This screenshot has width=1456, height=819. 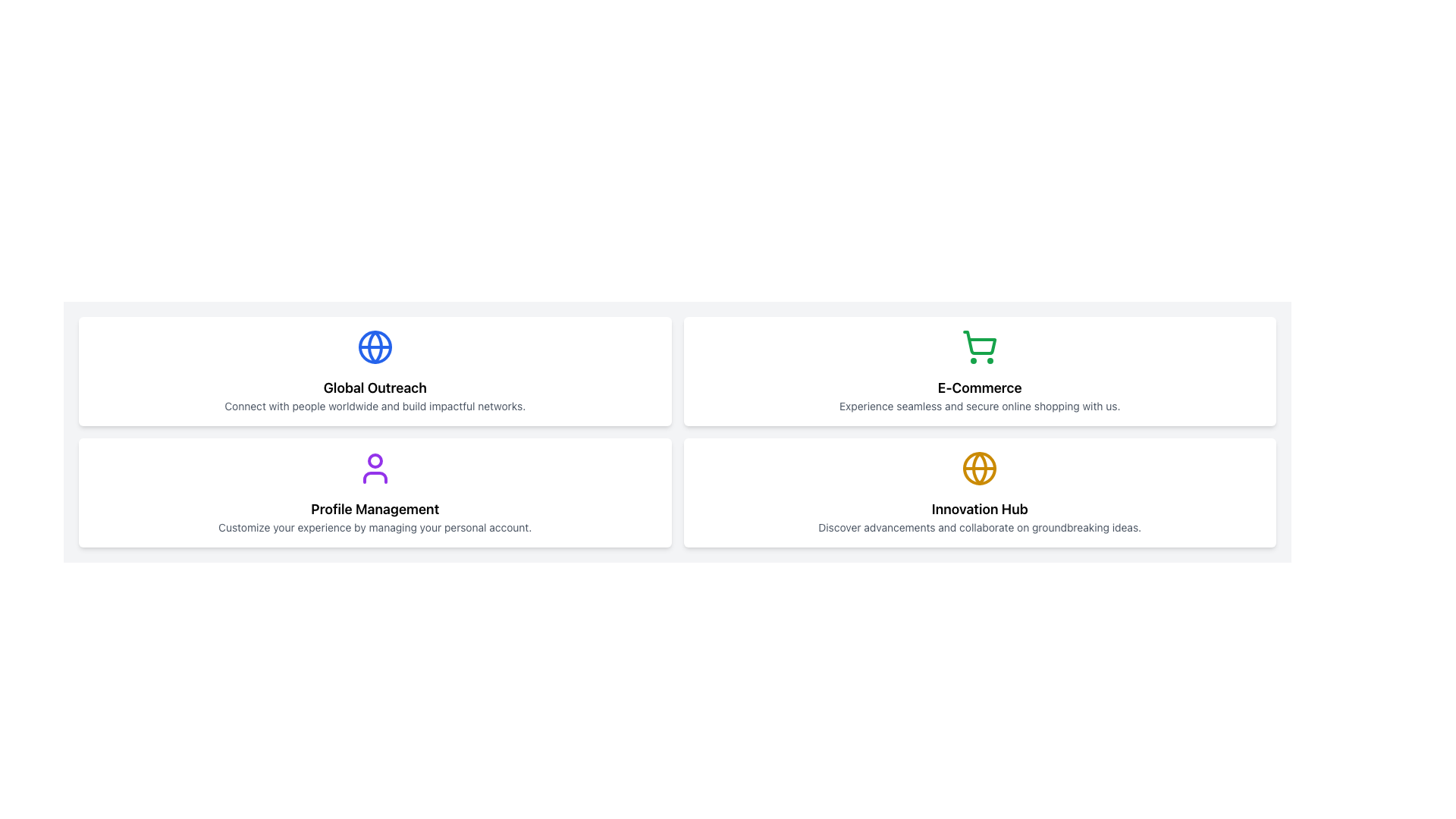 What do you see at coordinates (375, 460) in the screenshot?
I see `the circular head icon representing the user in the Profile Management section located at the bottom-left quadrant of the layout` at bounding box center [375, 460].